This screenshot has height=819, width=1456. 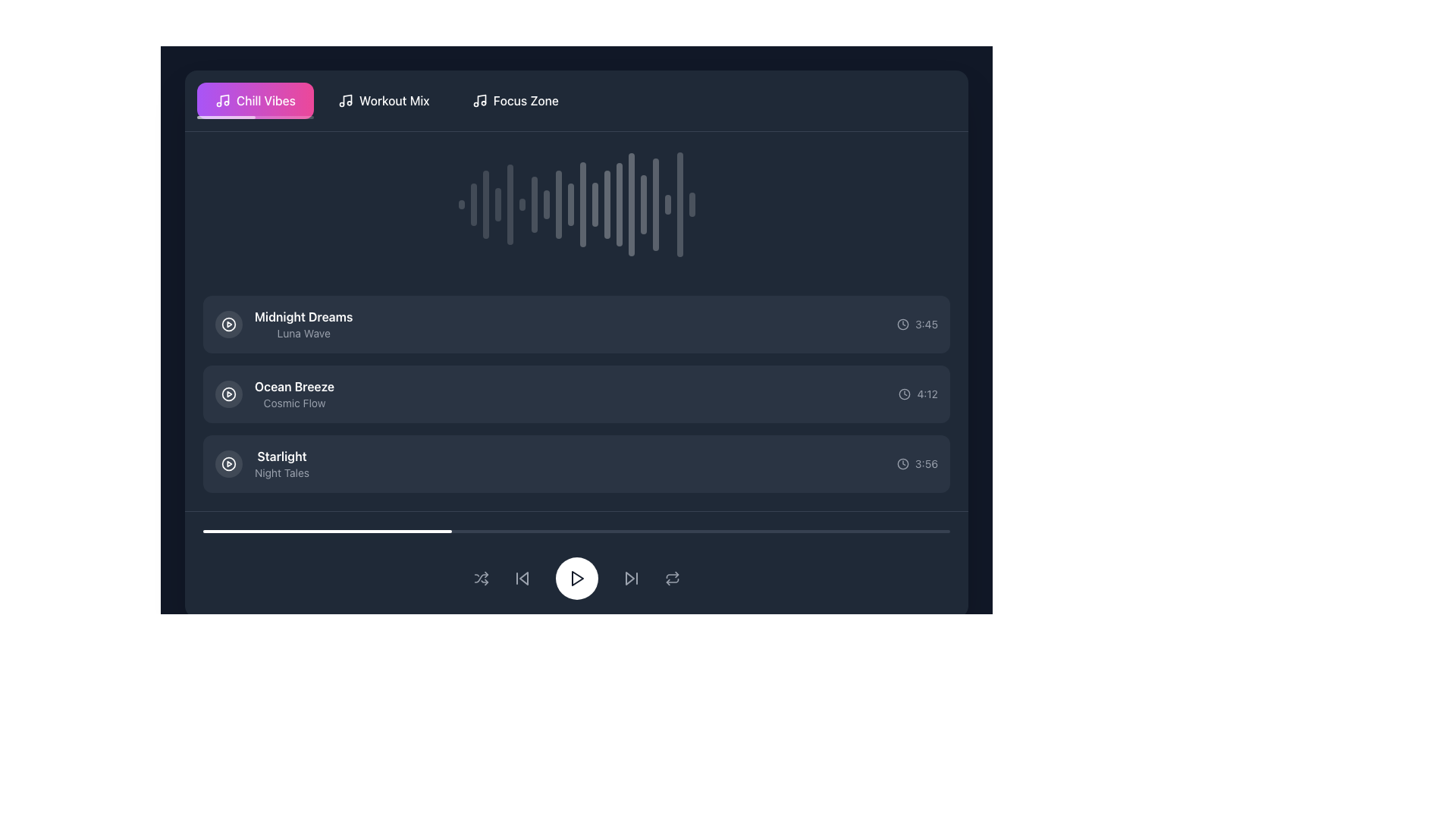 What do you see at coordinates (228, 324) in the screenshot?
I see `the circular Play button with an outlined triangle symbol located adjacent` at bounding box center [228, 324].